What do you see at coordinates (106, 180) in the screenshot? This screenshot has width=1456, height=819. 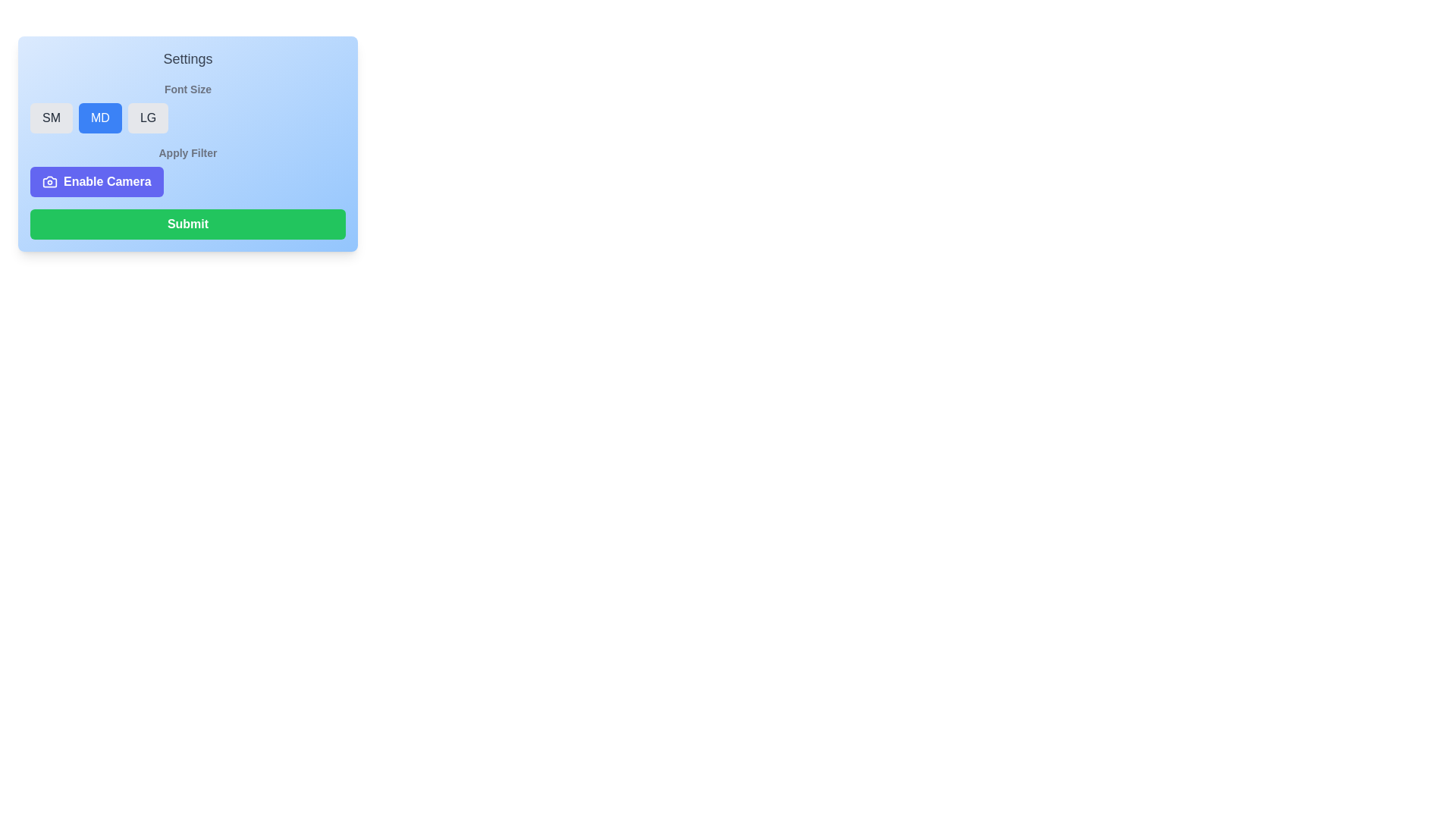 I see `the 'Enable Camera' text label, which is displayed in white bold font on a purple button background` at bounding box center [106, 180].